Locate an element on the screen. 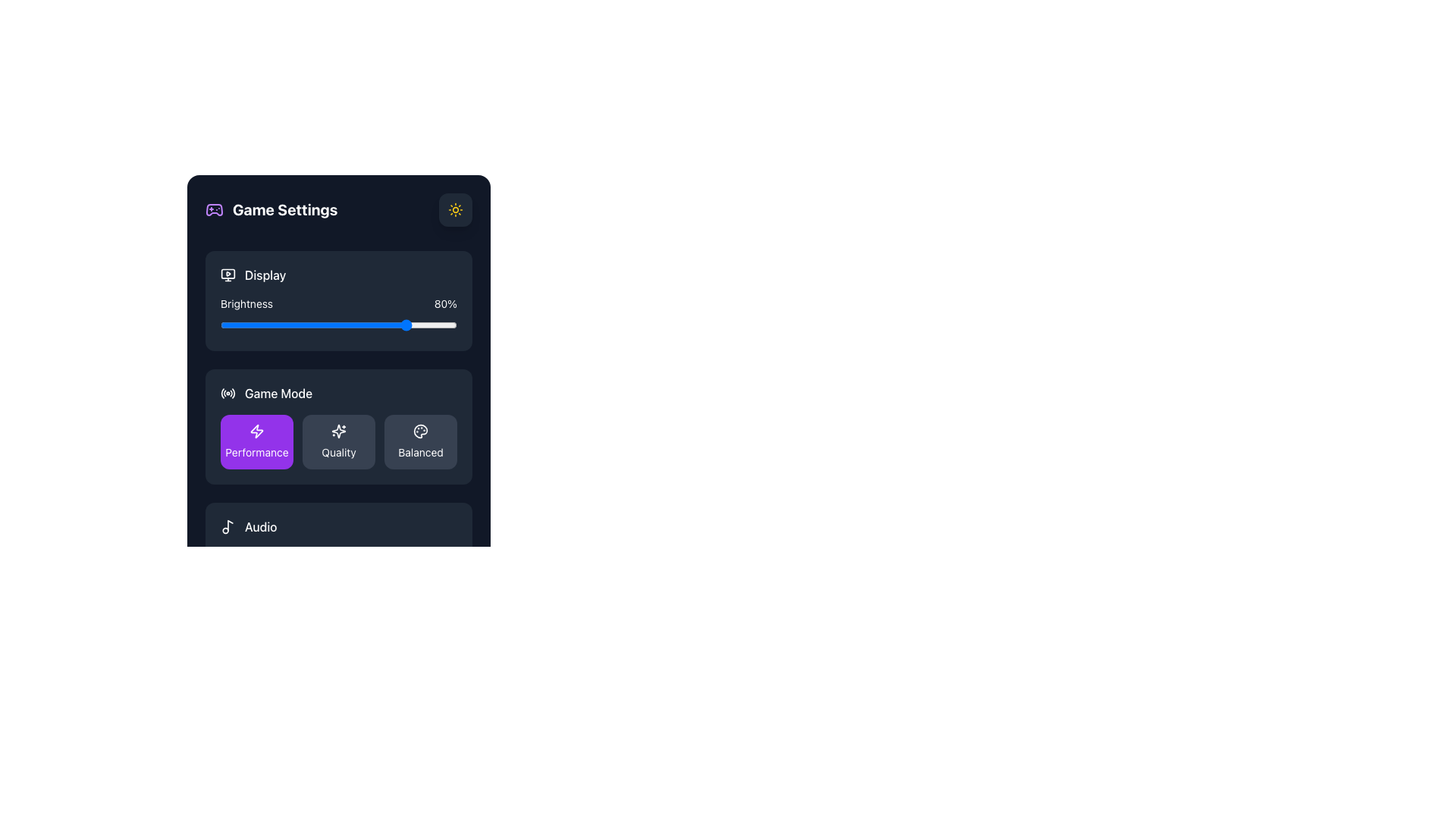  brightness is located at coordinates (234, 324).